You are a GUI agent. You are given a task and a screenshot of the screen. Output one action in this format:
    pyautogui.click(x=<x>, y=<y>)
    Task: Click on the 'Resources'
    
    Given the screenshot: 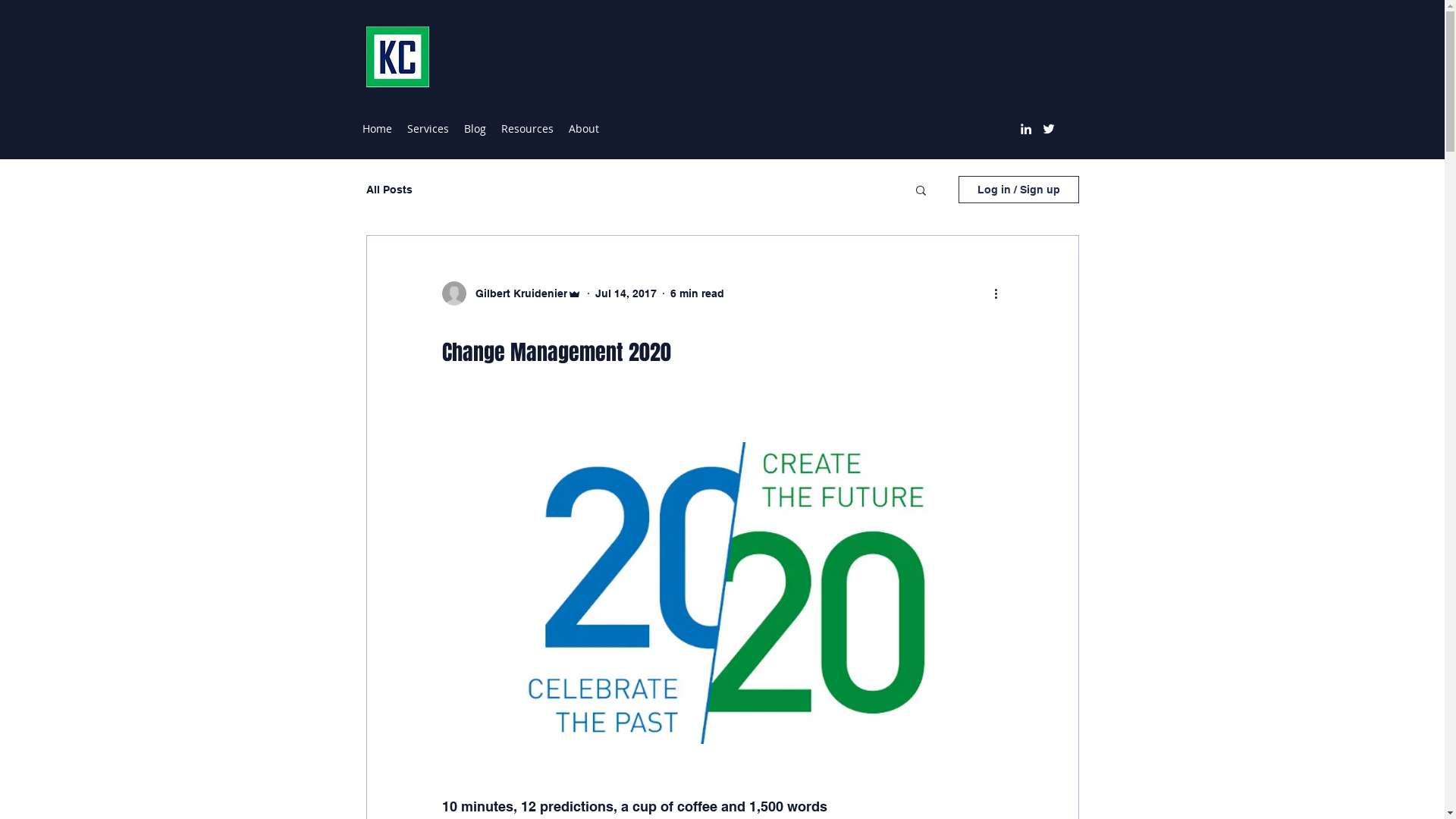 What is the action you would take?
    pyautogui.click(x=492, y=127)
    